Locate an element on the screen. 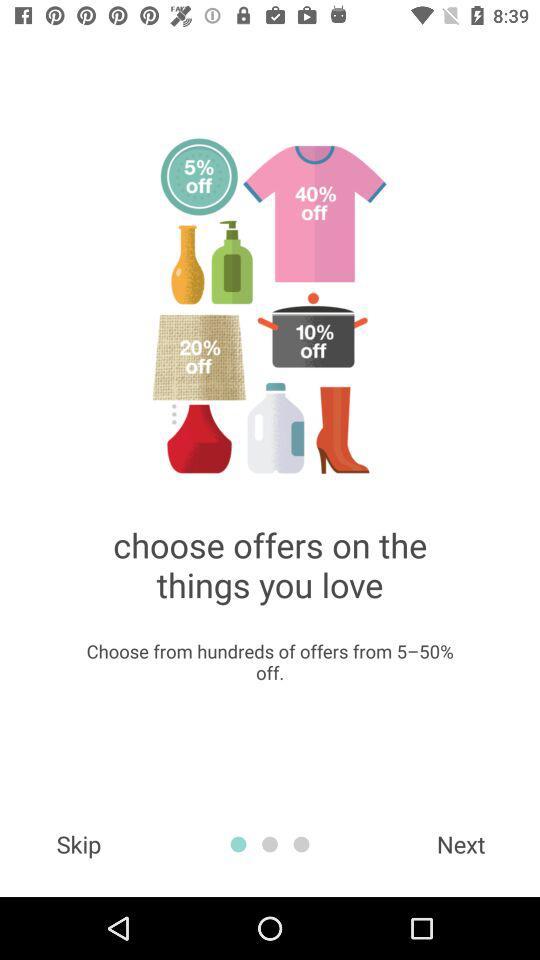 Image resolution: width=540 pixels, height=960 pixels. the item below the choose from hundreds is located at coordinates (461, 843).